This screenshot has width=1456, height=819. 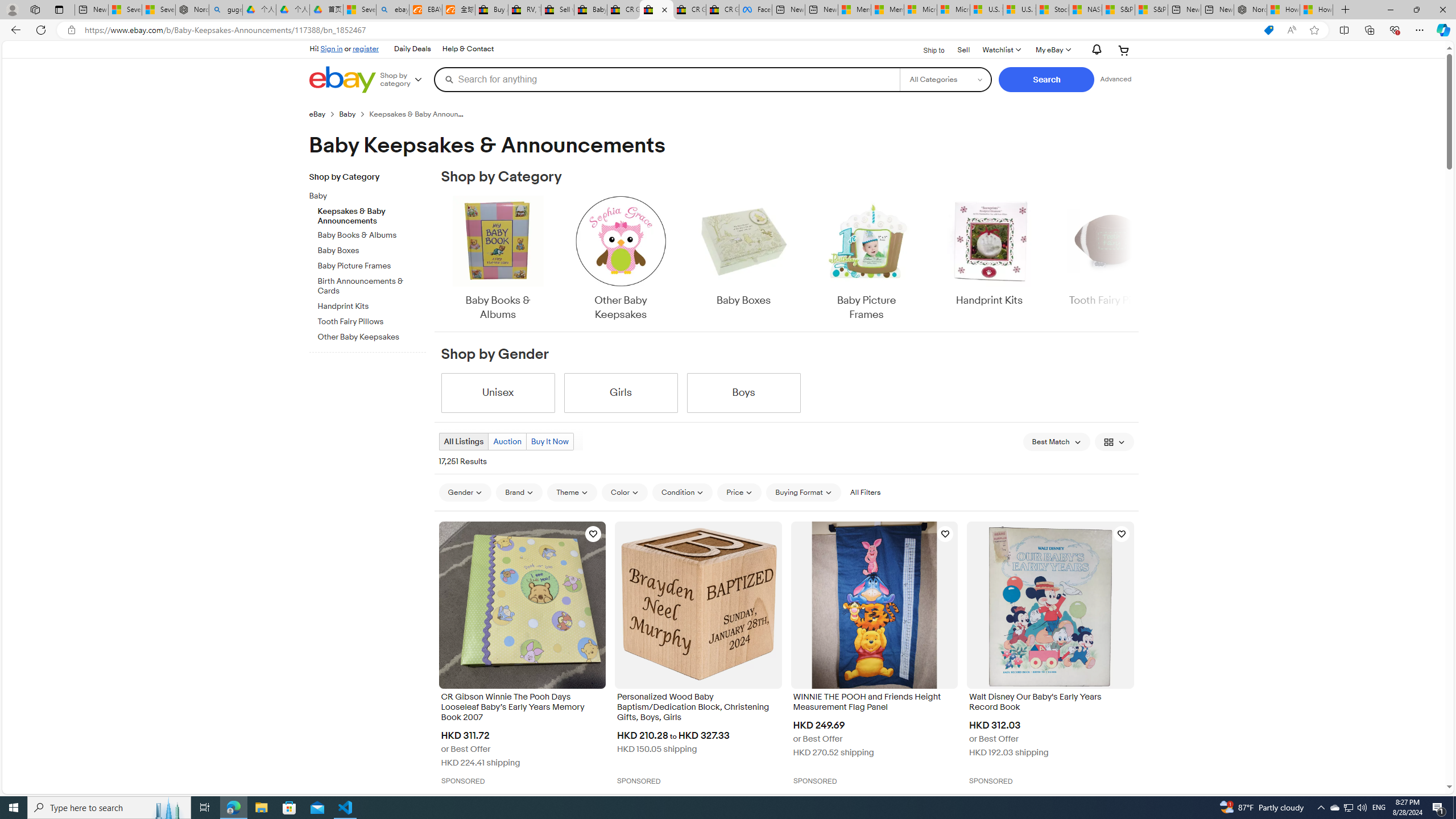 I want to click on 'My eBayExpand My eBay', so click(x=1052, y=49).